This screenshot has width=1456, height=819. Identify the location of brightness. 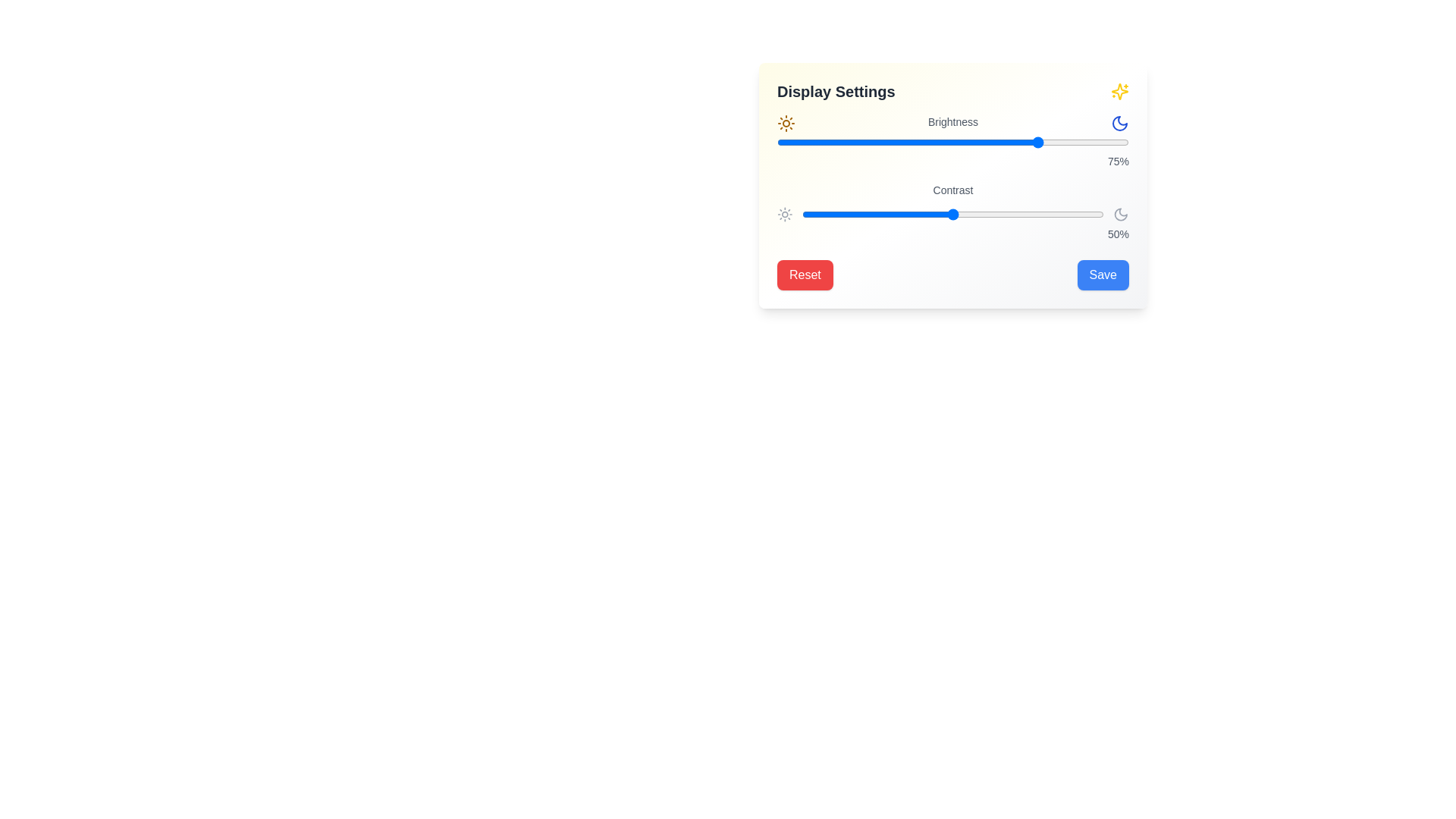
(858, 143).